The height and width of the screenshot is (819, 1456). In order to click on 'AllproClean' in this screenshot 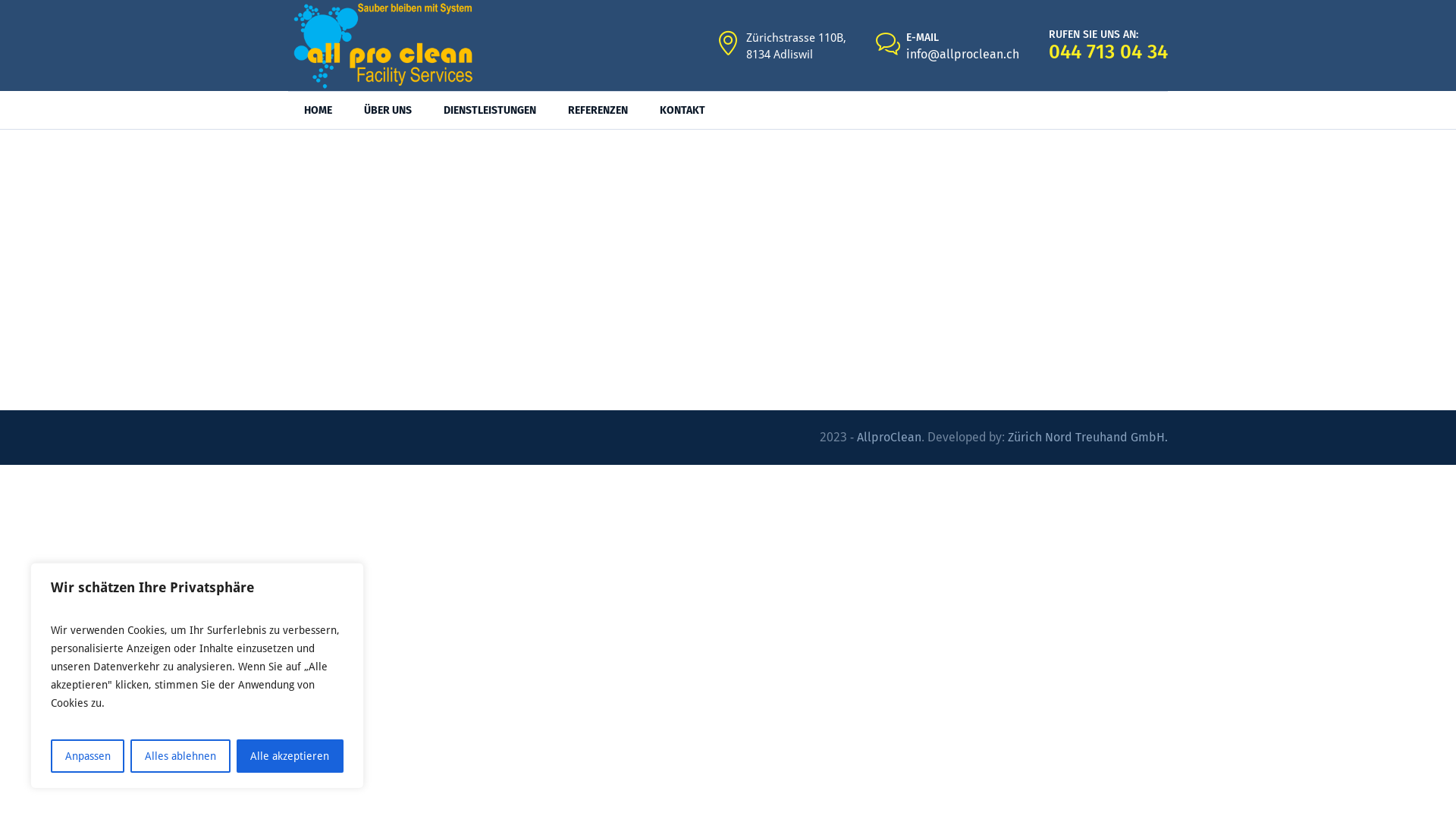, I will do `click(889, 437)`.